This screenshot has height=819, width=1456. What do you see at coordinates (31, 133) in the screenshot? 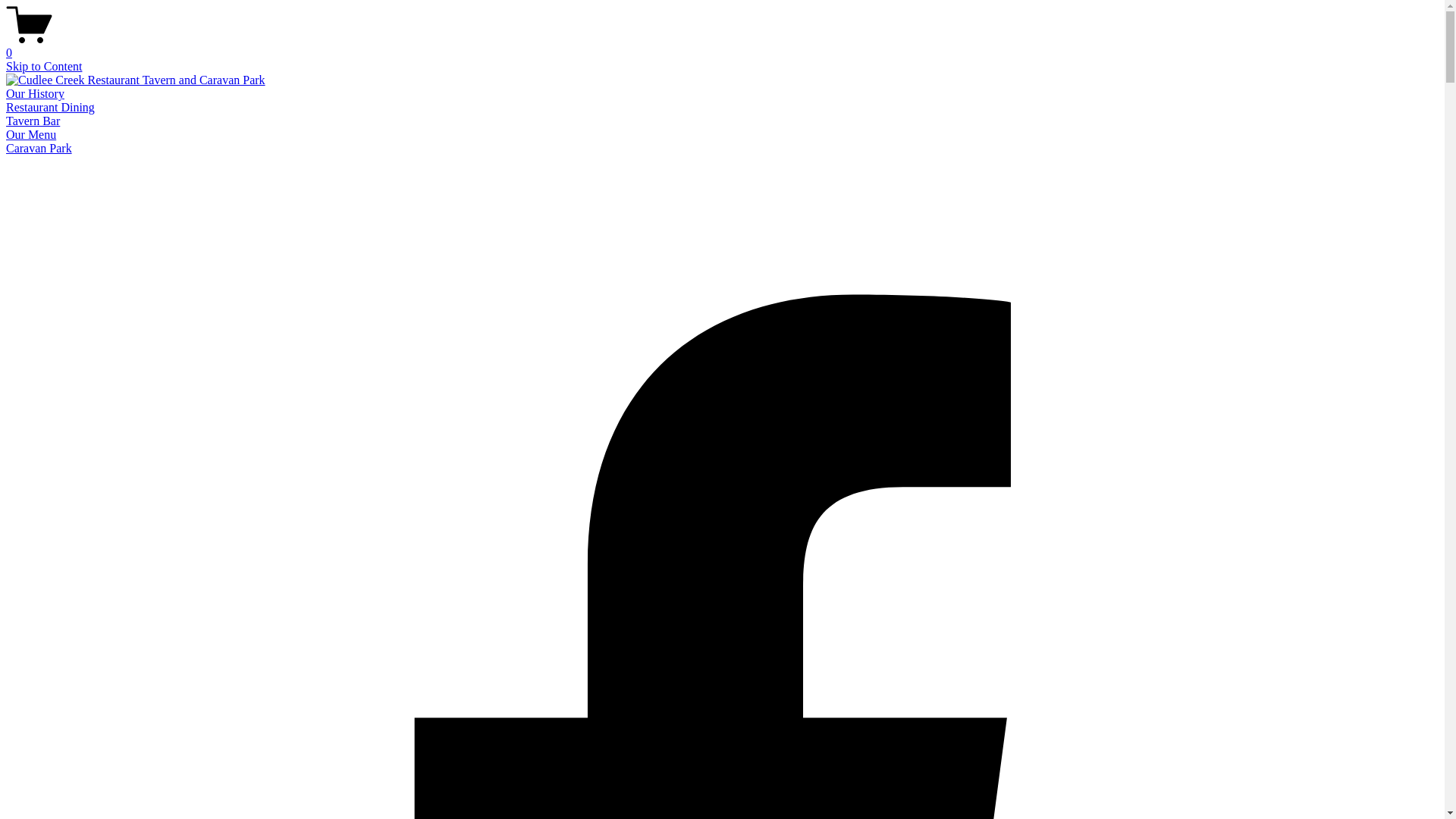
I see `'Our Menu'` at bounding box center [31, 133].